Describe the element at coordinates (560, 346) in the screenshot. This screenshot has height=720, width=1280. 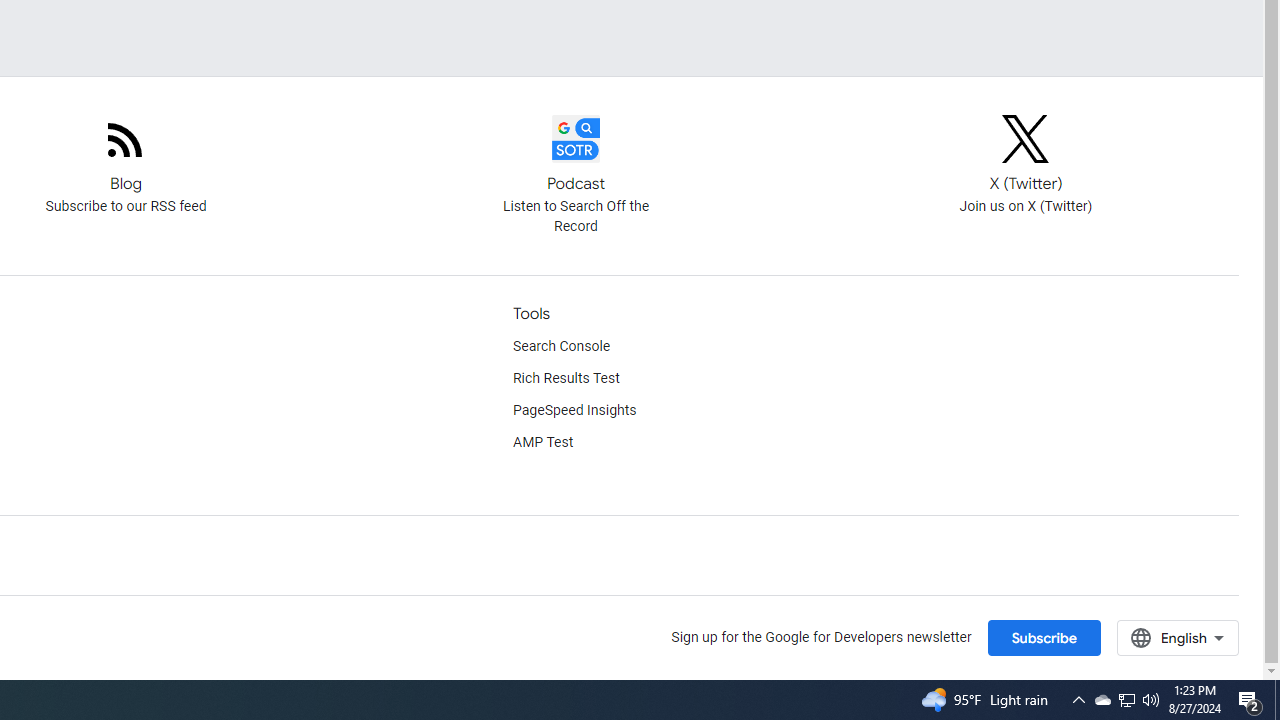
I see `'Search Console'` at that location.